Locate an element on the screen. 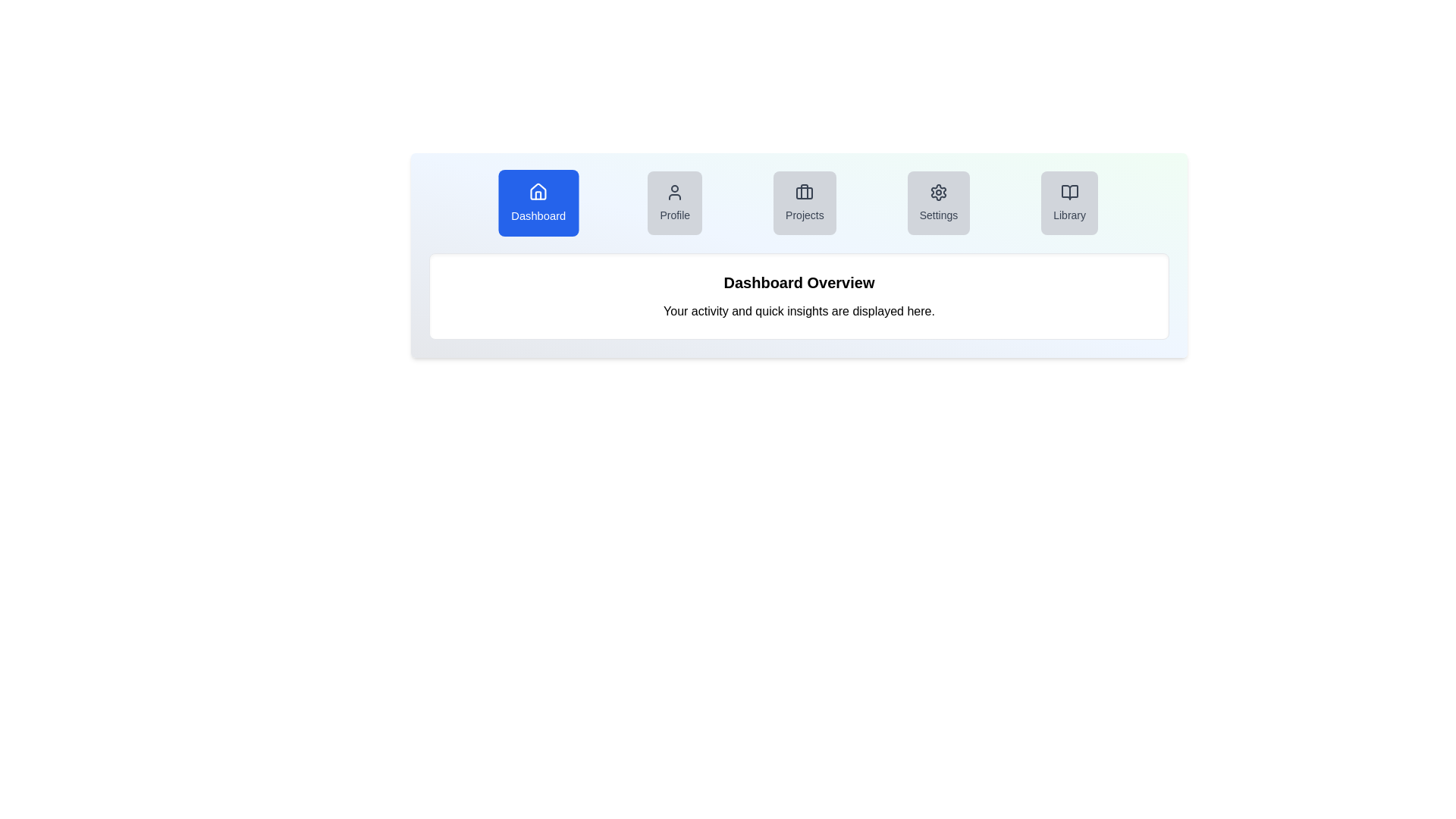  on the open book icon, which is part of the 'Library' button located in the navigation options at the top of the interface is located at coordinates (1068, 192).